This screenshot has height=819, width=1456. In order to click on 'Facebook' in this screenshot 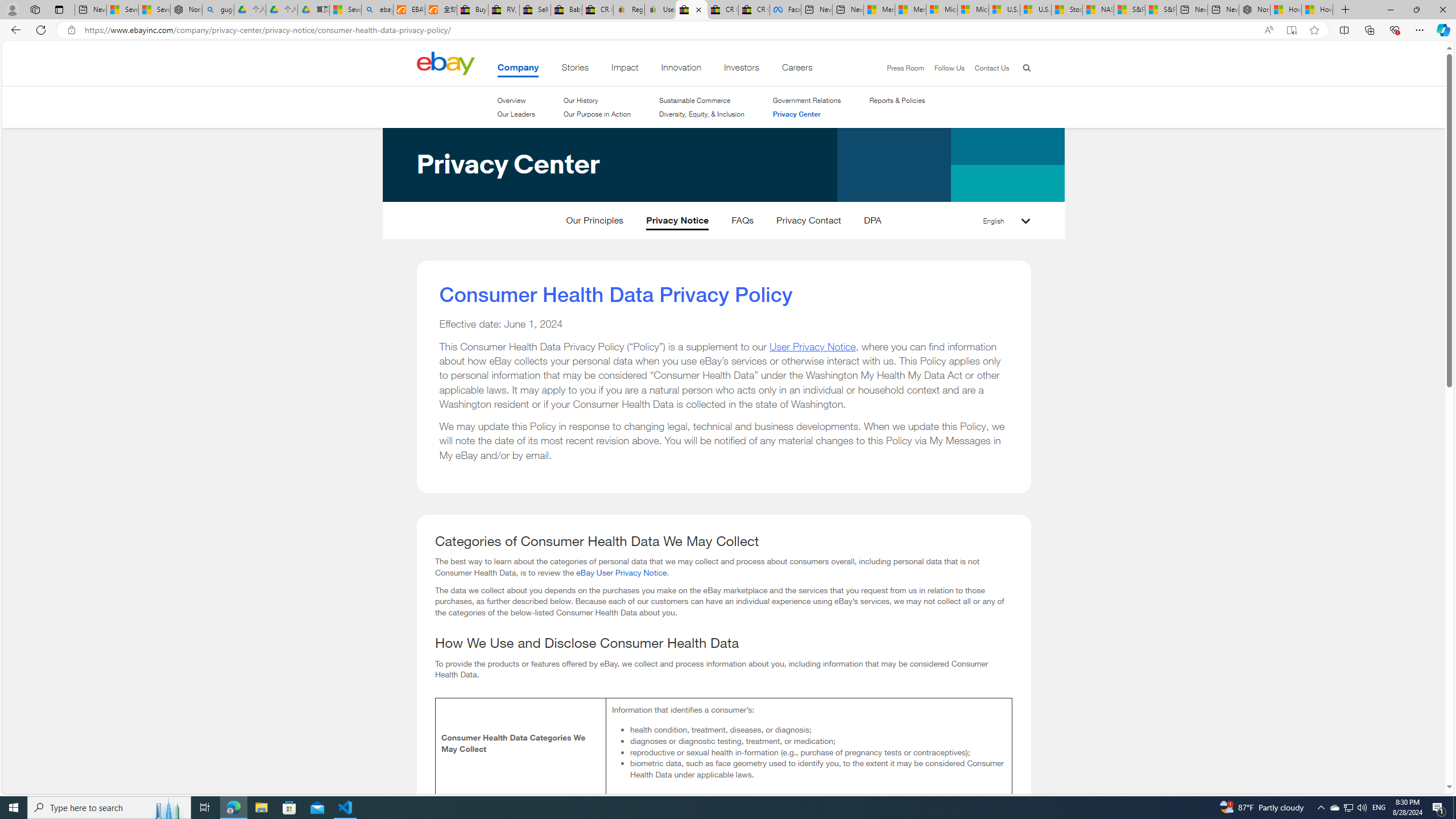, I will do `click(785, 9)`.